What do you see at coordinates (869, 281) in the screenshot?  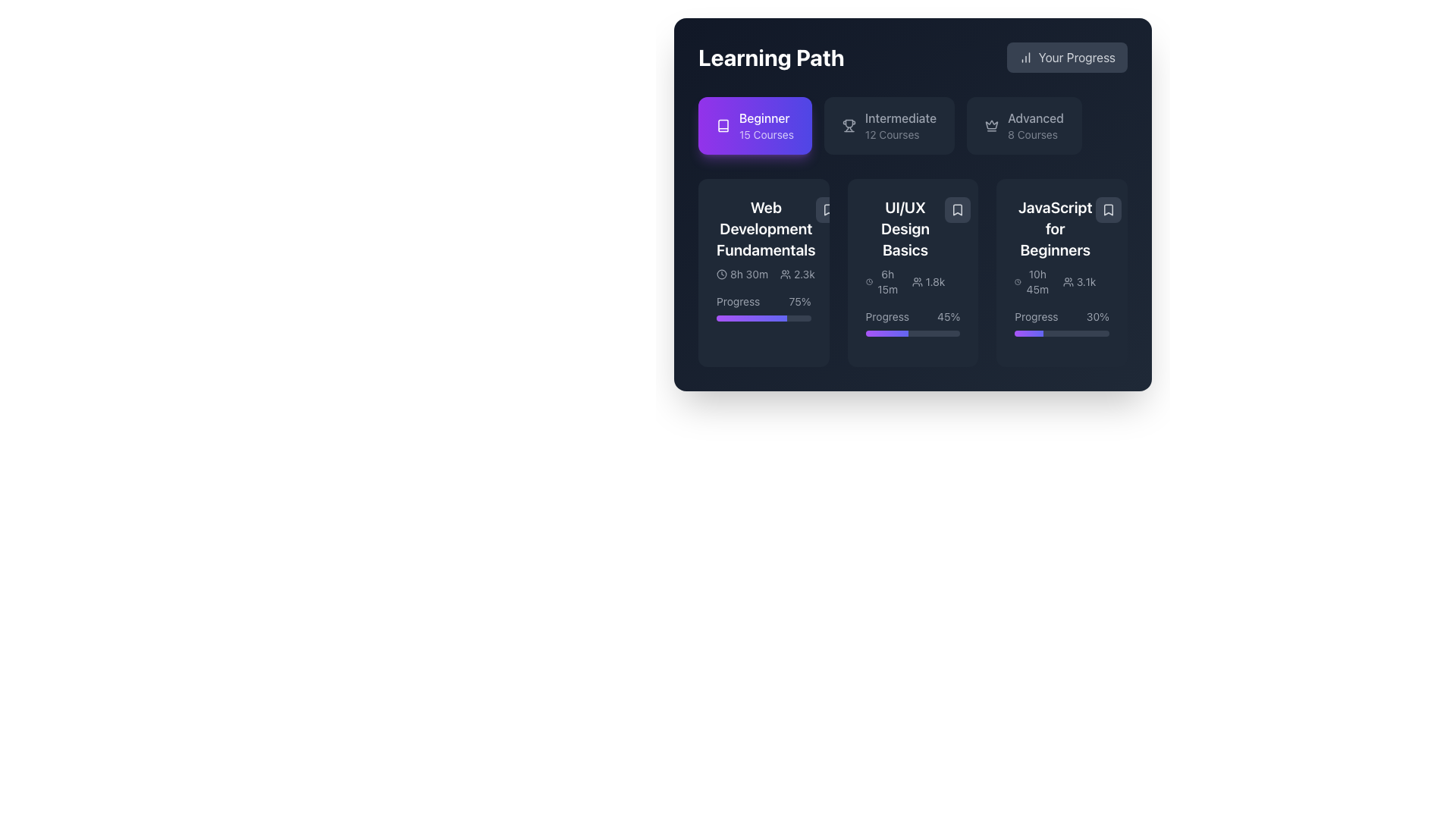 I see `the time duration icon located to the left of the text '6h 15m' in the card labeled 'UI/UX Design Basics'` at bounding box center [869, 281].